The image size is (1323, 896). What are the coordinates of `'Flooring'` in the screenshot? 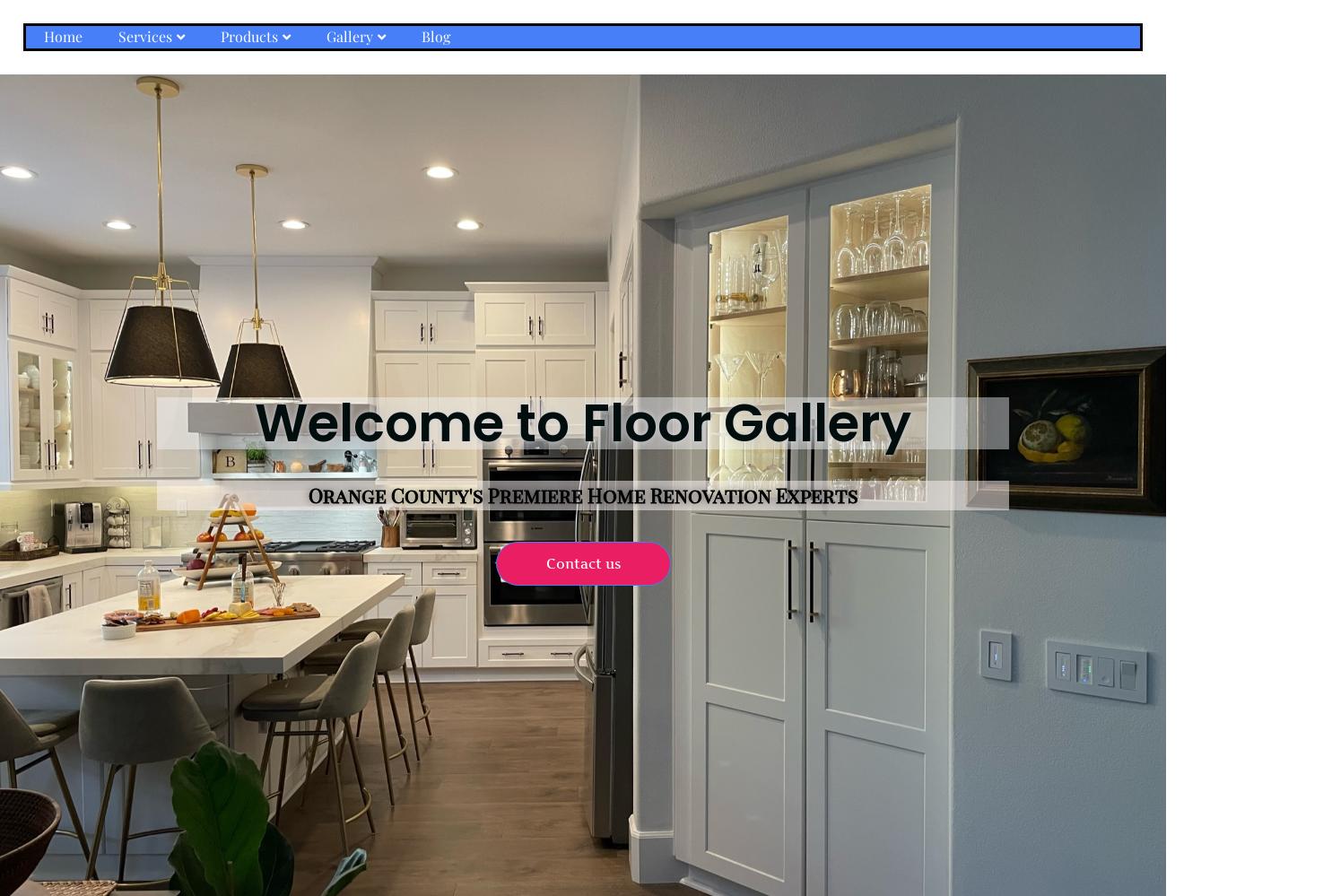 It's located at (241, 155).